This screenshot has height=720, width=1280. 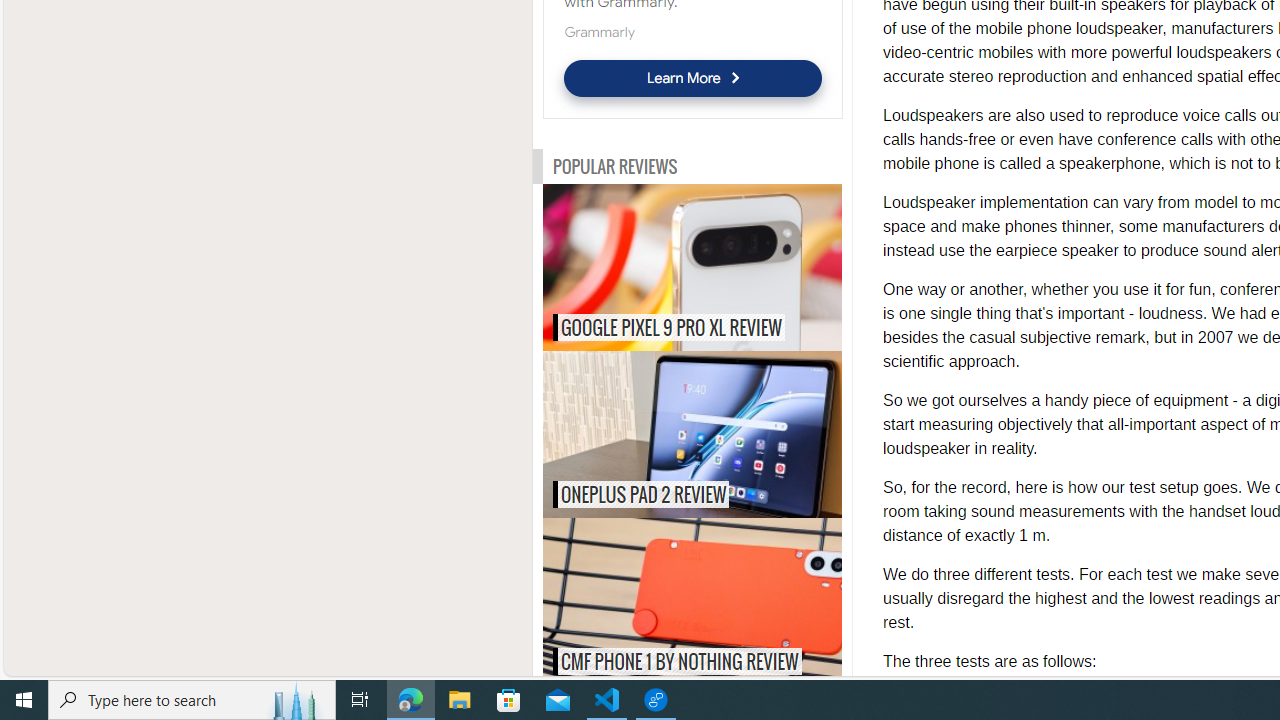 What do you see at coordinates (733, 266) in the screenshot?
I see `'Google Pixel 9 Pro XL review'` at bounding box center [733, 266].